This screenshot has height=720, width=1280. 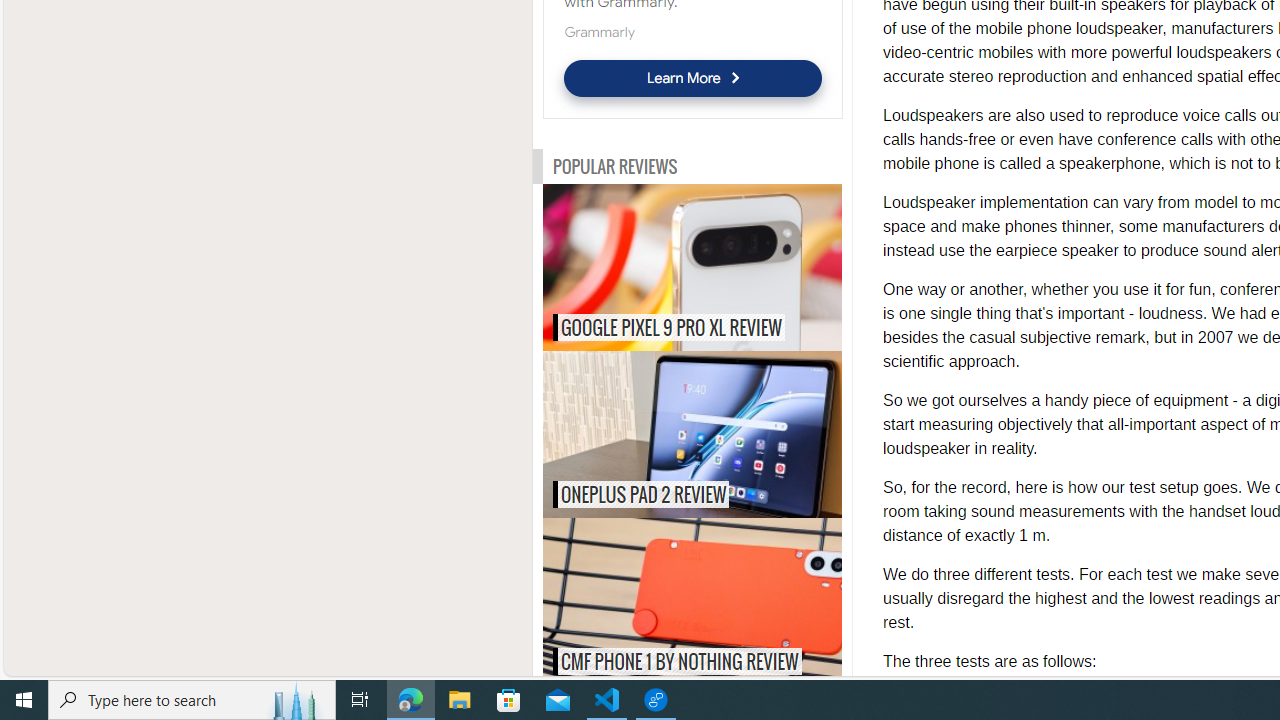 What do you see at coordinates (733, 266) in the screenshot?
I see `'Google Pixel 9 Pro XL review'` at bounding box center [733, 266].